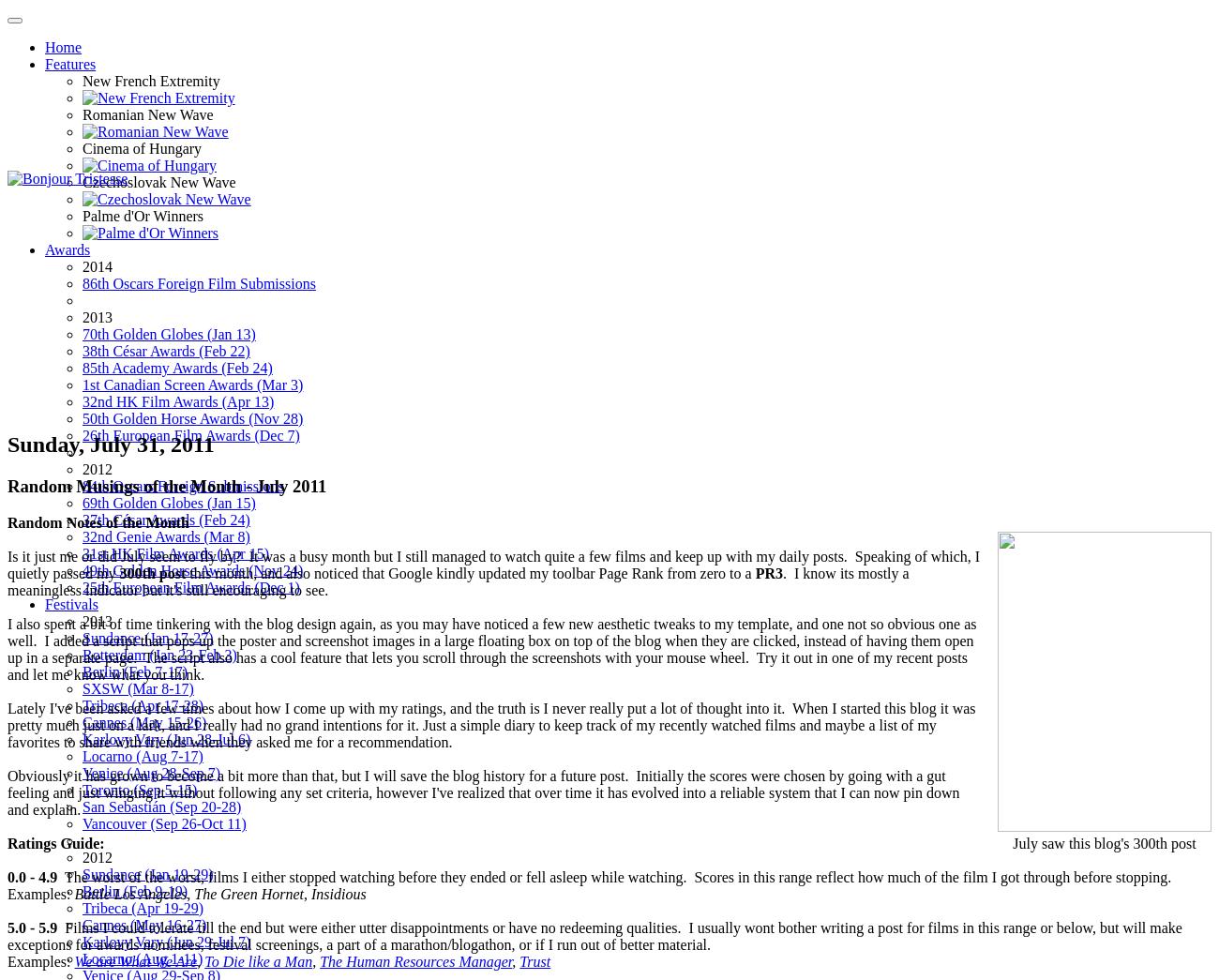 This screenshot has width=1219, height=980. What do you see at coordinates (470, 571) in the screenshot?
I see `'this month, and also noticed that Google kindly updated my toolbar Page Rank from zero to a'` at bounding box center [470, 571].